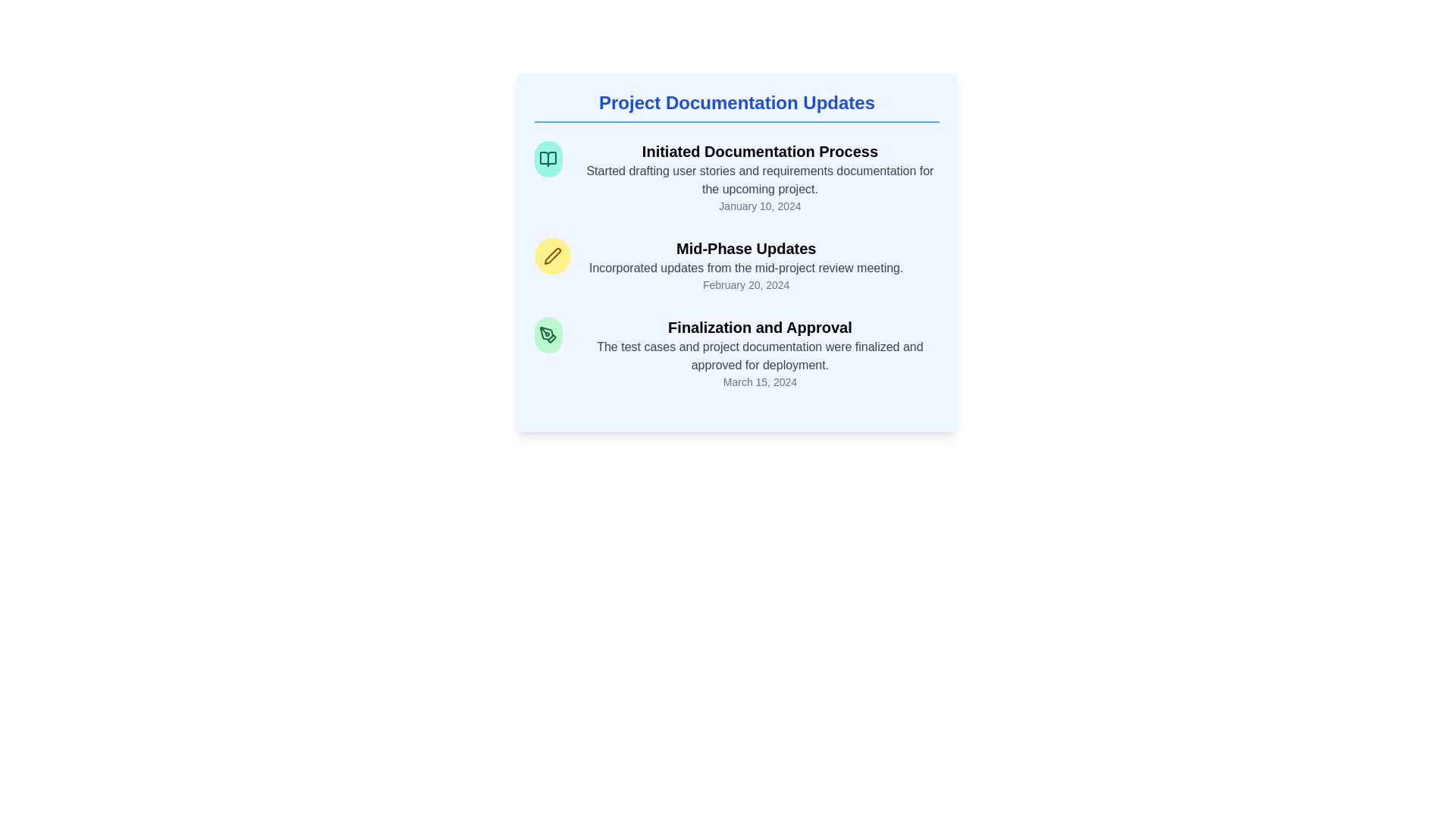 The width and height of the screenshot is (1456, 819). I want to click on the Text label displaying the date 'January 10, 2024', which is located below the description text in the 'Initiated Documentation Process' section, so click(760, 206).